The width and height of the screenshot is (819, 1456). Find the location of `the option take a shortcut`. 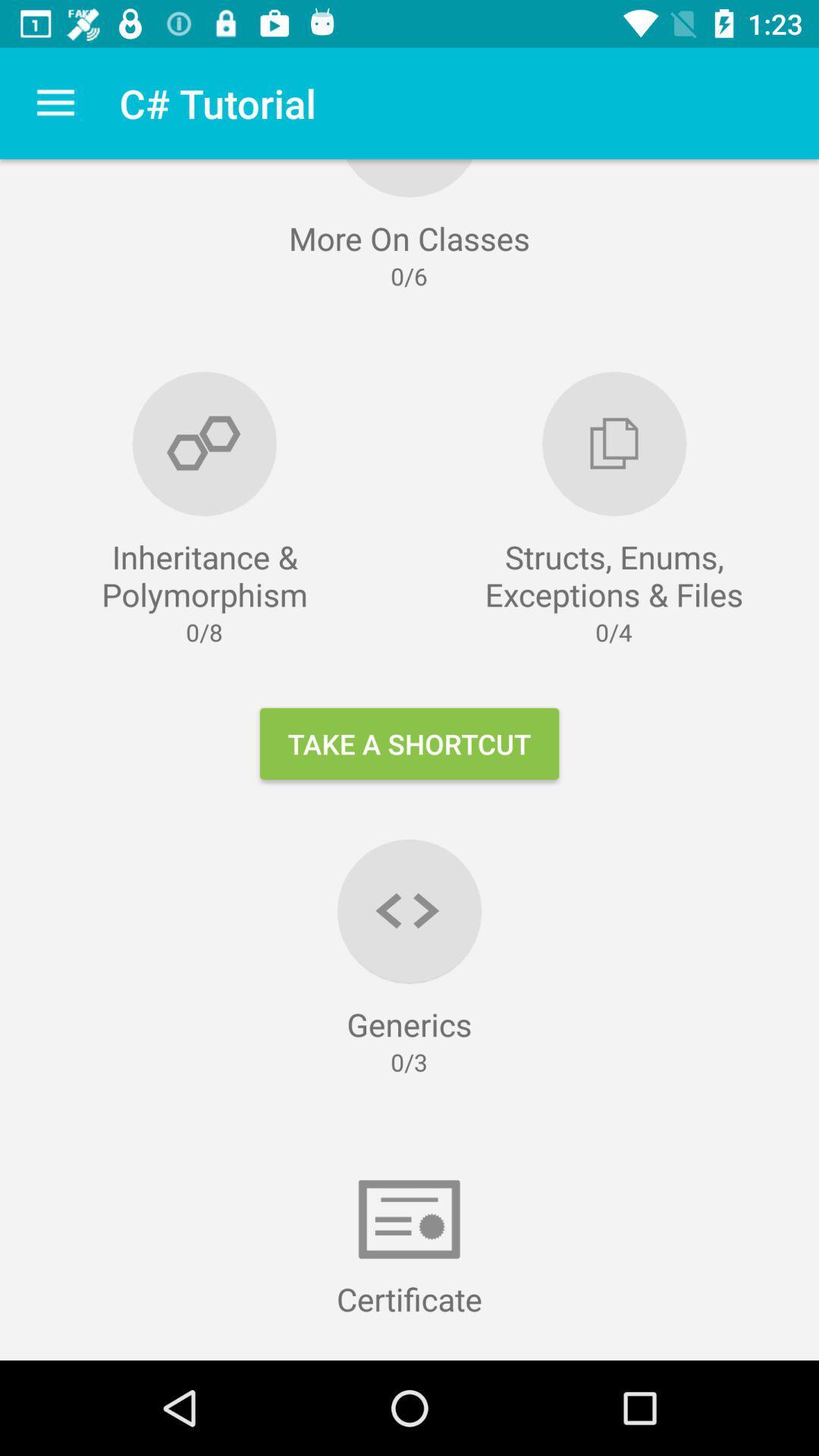

the option take a shortcut is located at coordinates (409, 743).